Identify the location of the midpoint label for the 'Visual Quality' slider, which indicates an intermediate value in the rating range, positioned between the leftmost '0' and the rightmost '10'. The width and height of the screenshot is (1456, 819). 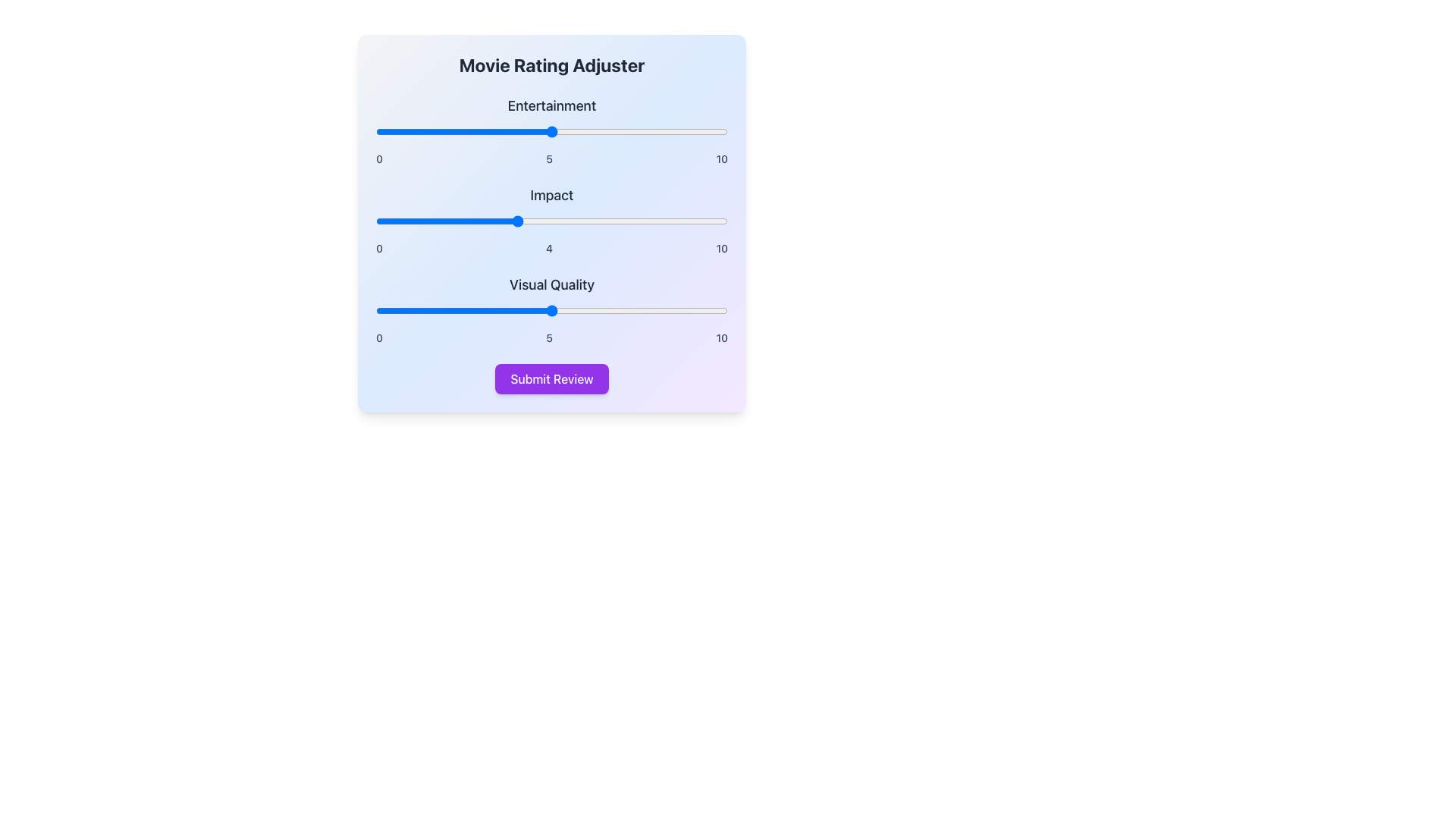
(548, 158).